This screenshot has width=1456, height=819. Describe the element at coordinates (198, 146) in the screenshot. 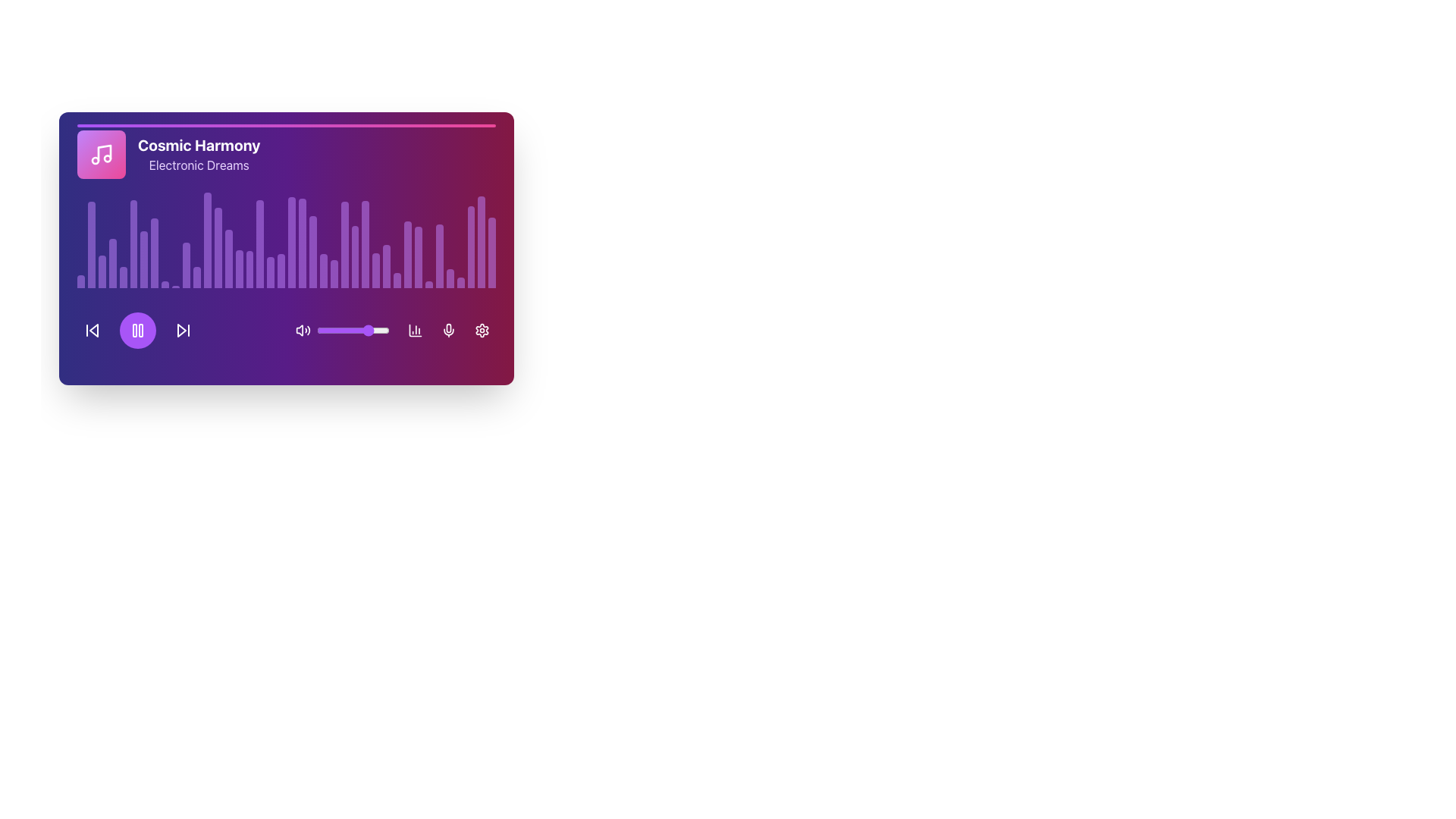

I see `the static text label that serves as the title of the music track displayed in the panel, located above the text 'Electronic Dreams' in the top-left portion of the panel` at that location.